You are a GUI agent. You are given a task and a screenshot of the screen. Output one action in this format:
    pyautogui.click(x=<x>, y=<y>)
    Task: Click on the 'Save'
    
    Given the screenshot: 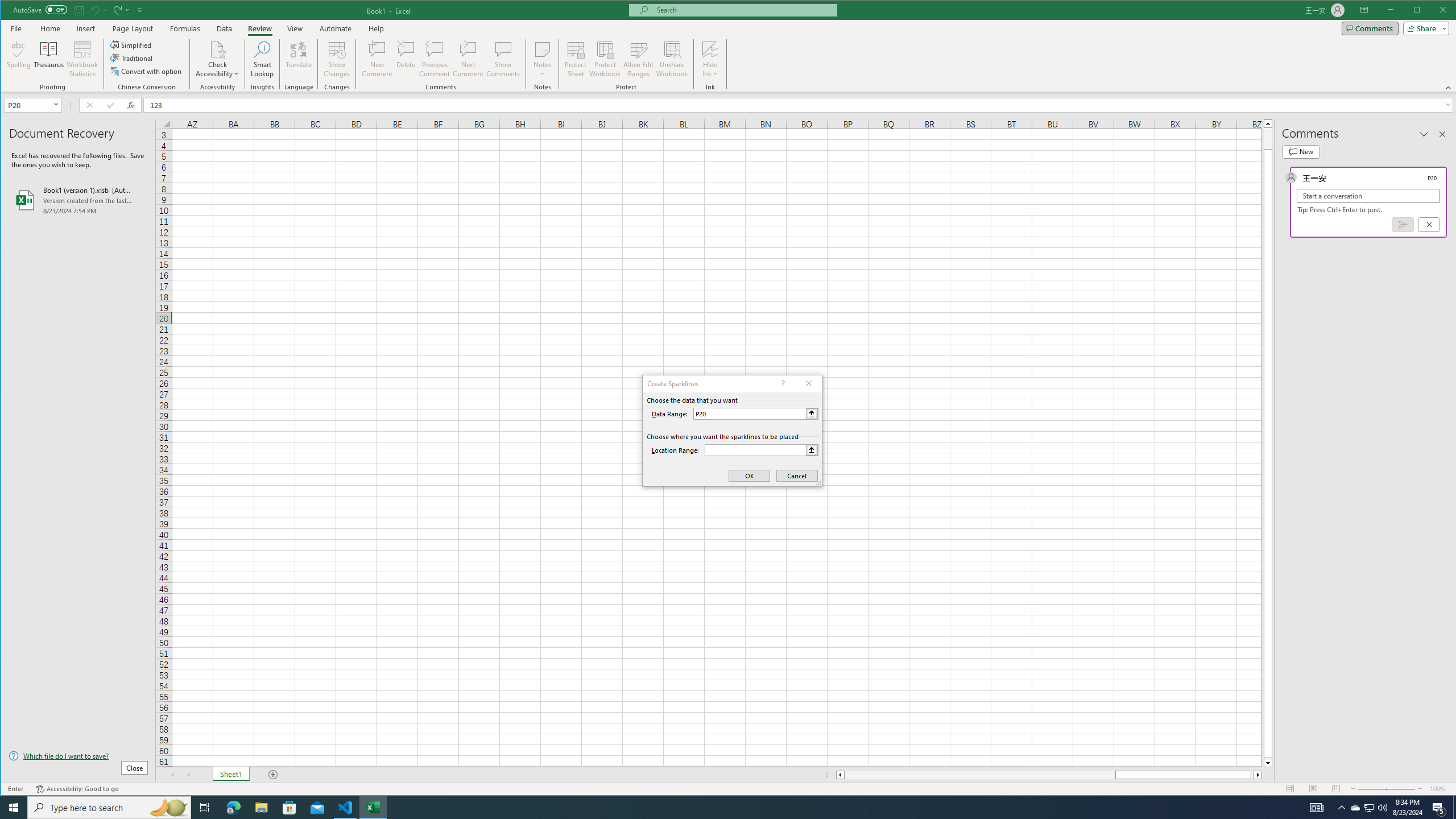 What is the action you would take?
    pyautogui.click(x=78, y=9)
    